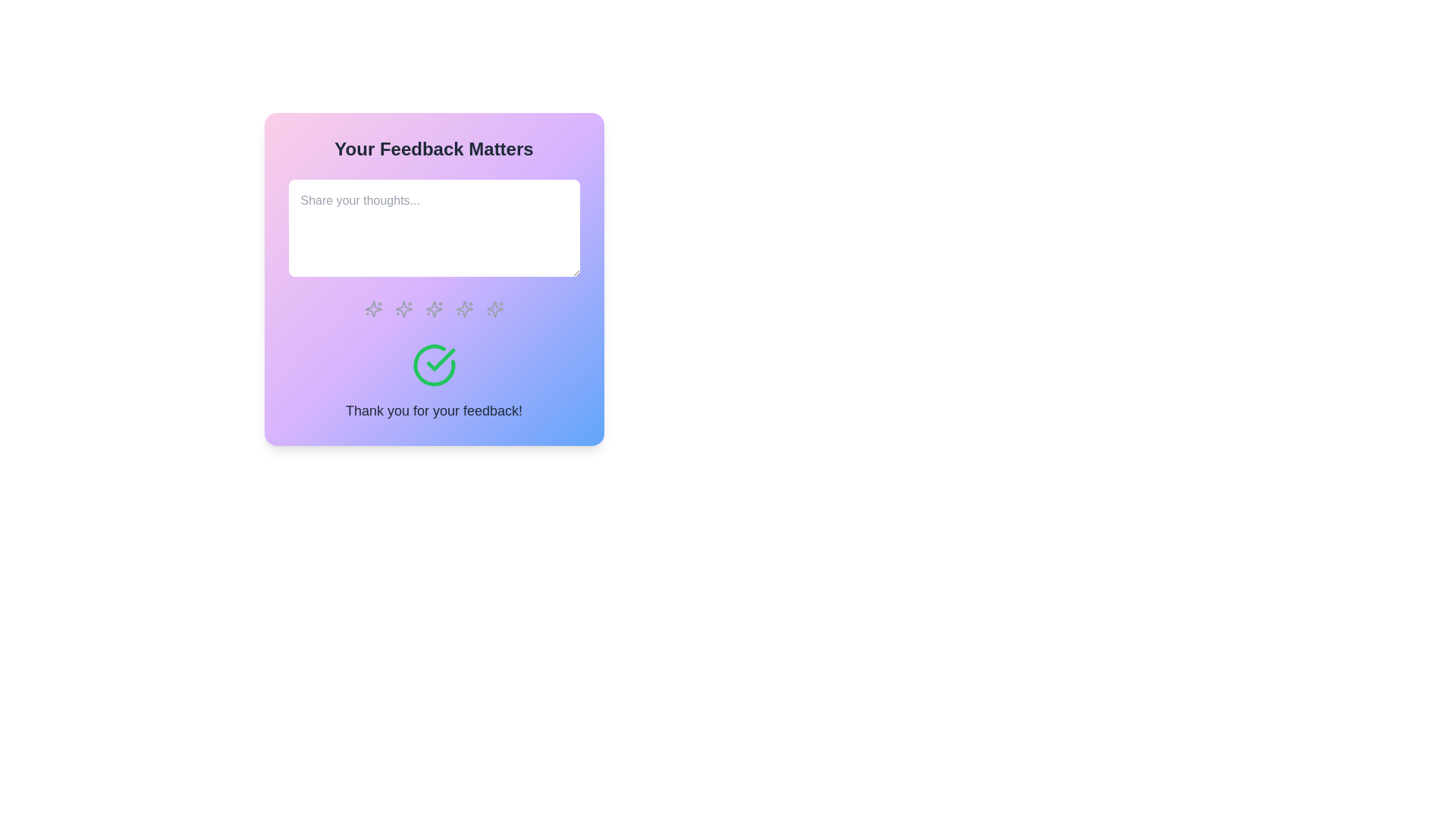  What do you see at coordinates (373, 309) in the screenshot?
I see `the first interactive icon with a sparkle/starburst design, located below the text input field` at bounding box center [373, 309].